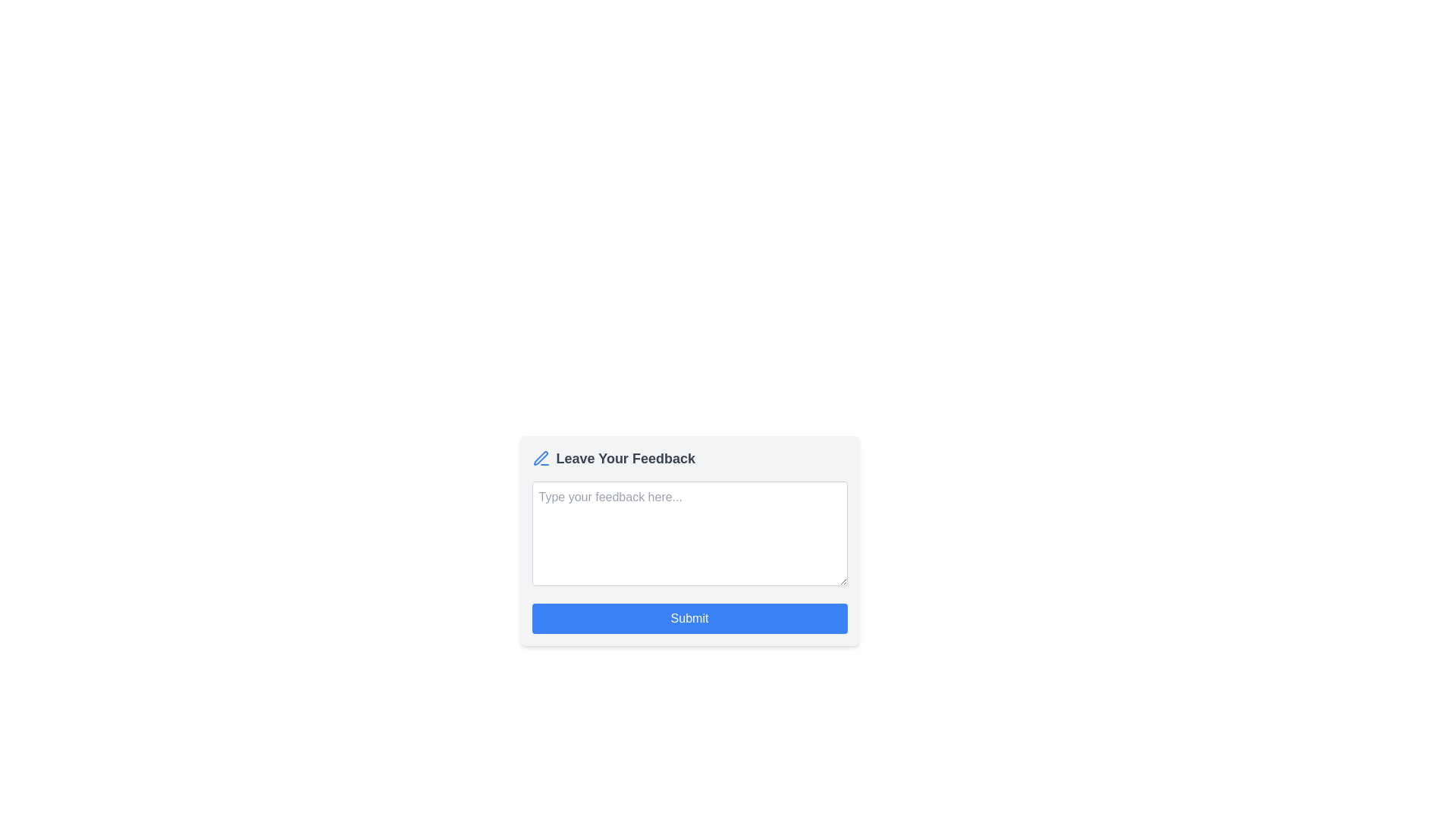  Describe the element at coordinates (626, 458) in the screenshot. I see `the text label that says 'Leave Your Feedback', which is prominently displayed in a large, bold gray font at the top of the feedback form` at that location.